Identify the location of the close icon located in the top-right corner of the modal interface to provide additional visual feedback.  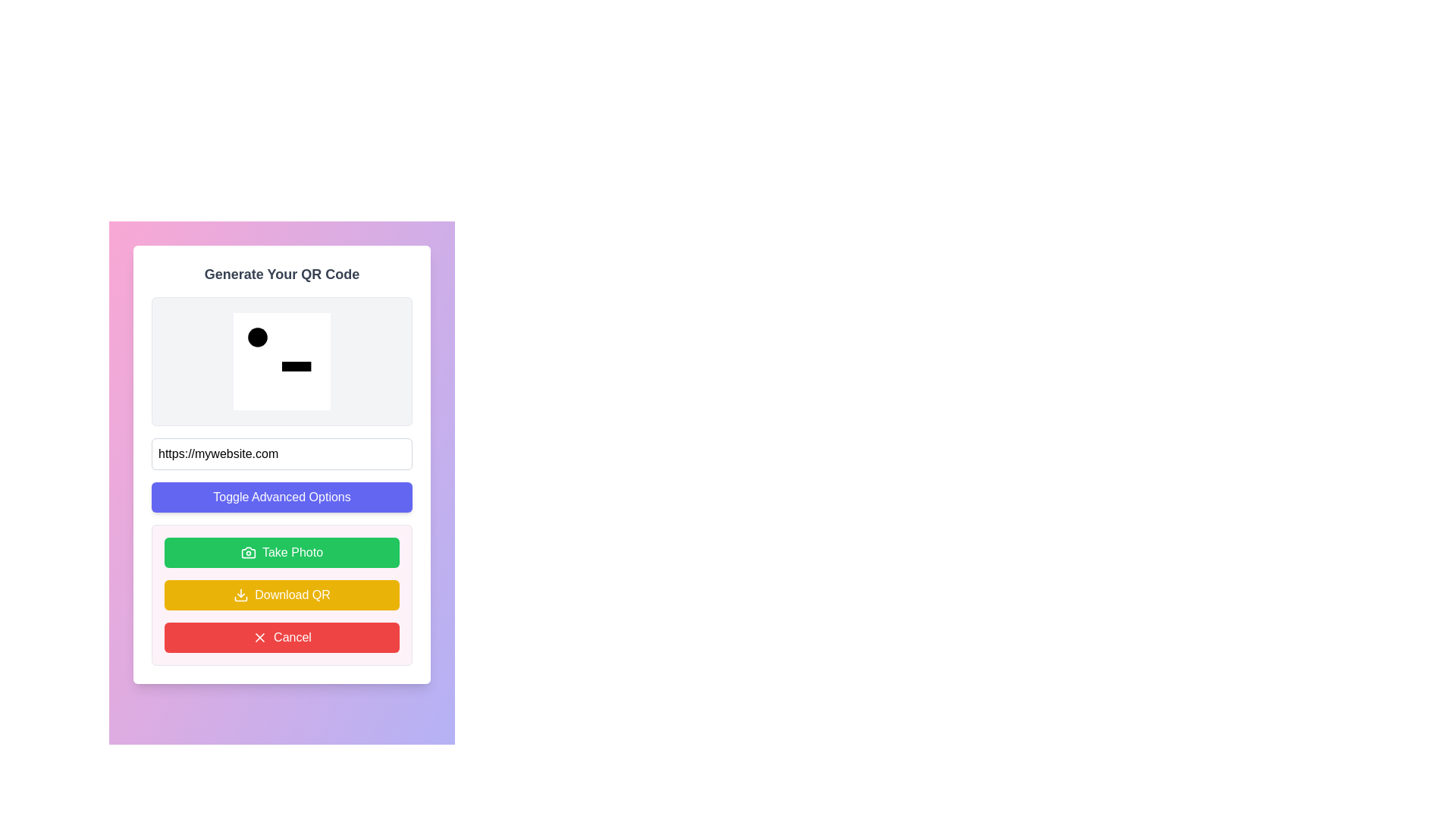
(260, 637).